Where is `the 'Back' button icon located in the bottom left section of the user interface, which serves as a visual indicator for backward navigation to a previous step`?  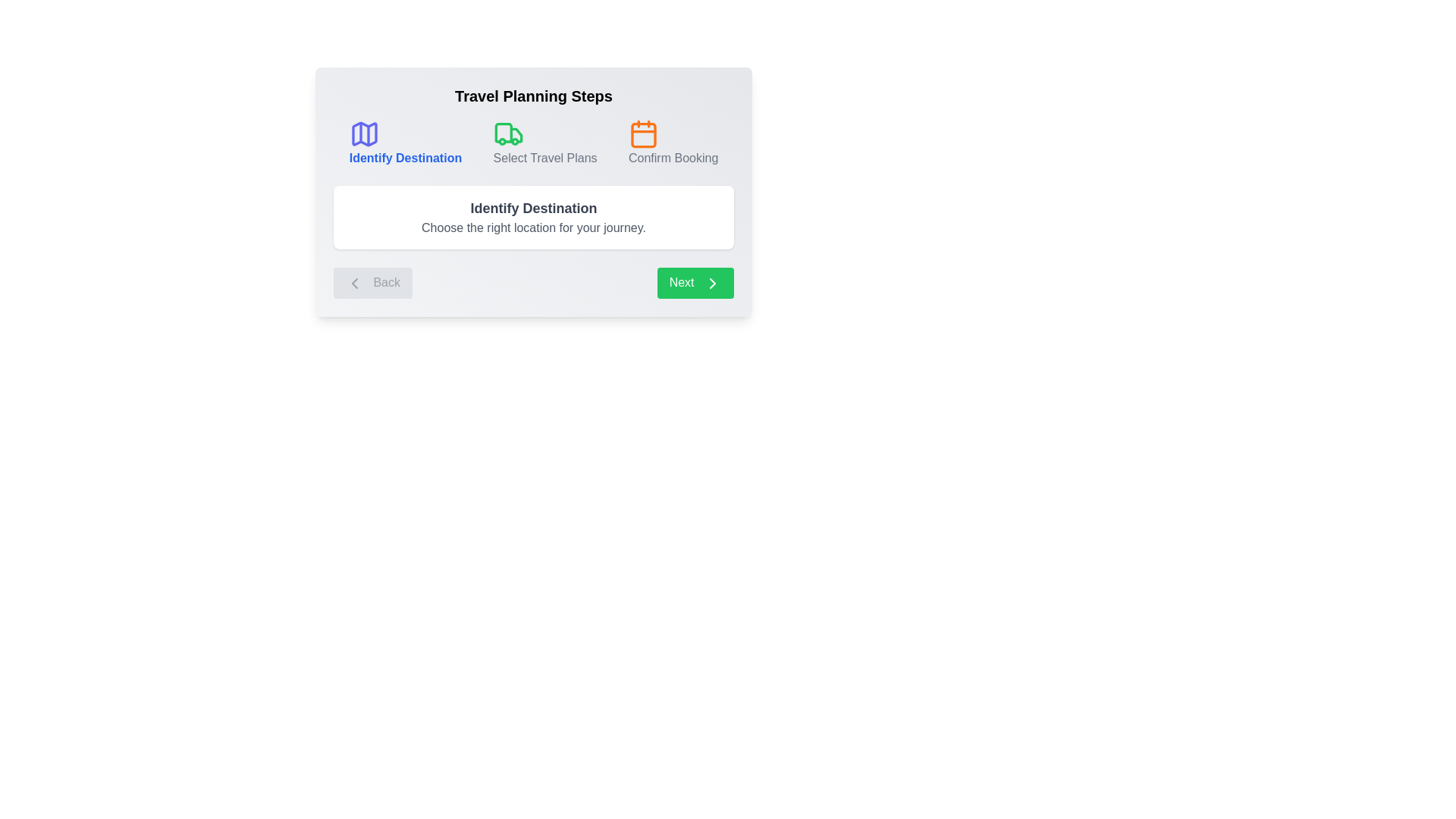
the 'Back' button icon located in the bottom left section of the user interface, which serves as a visual indicator for backward navigation to a previous step is located at coordinates (353, 283).